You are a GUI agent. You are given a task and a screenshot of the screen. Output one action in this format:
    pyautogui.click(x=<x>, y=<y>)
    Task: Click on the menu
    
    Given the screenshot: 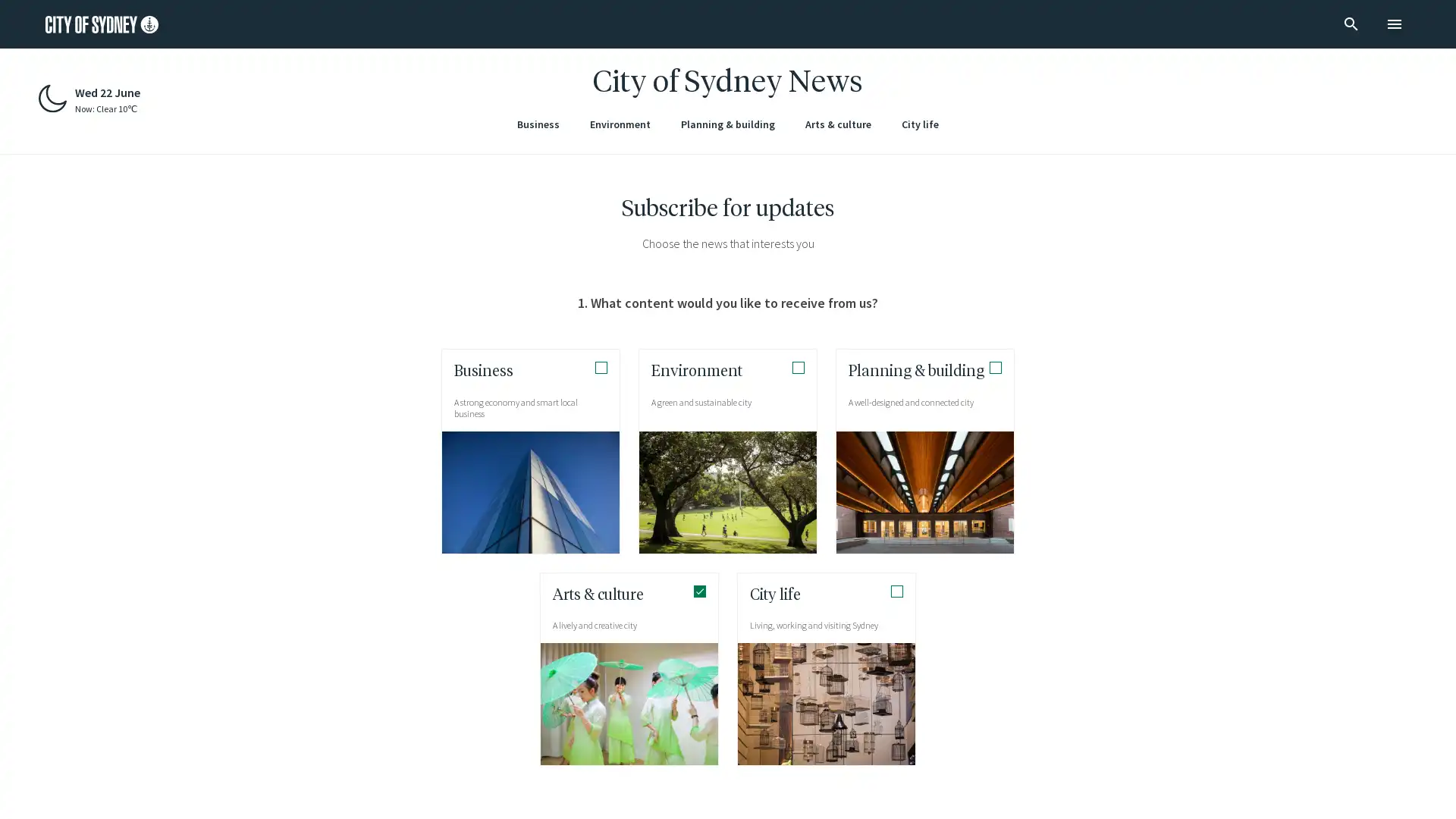 What is the action you would take?
    pyautogui.click(x=1394, y=24)
    